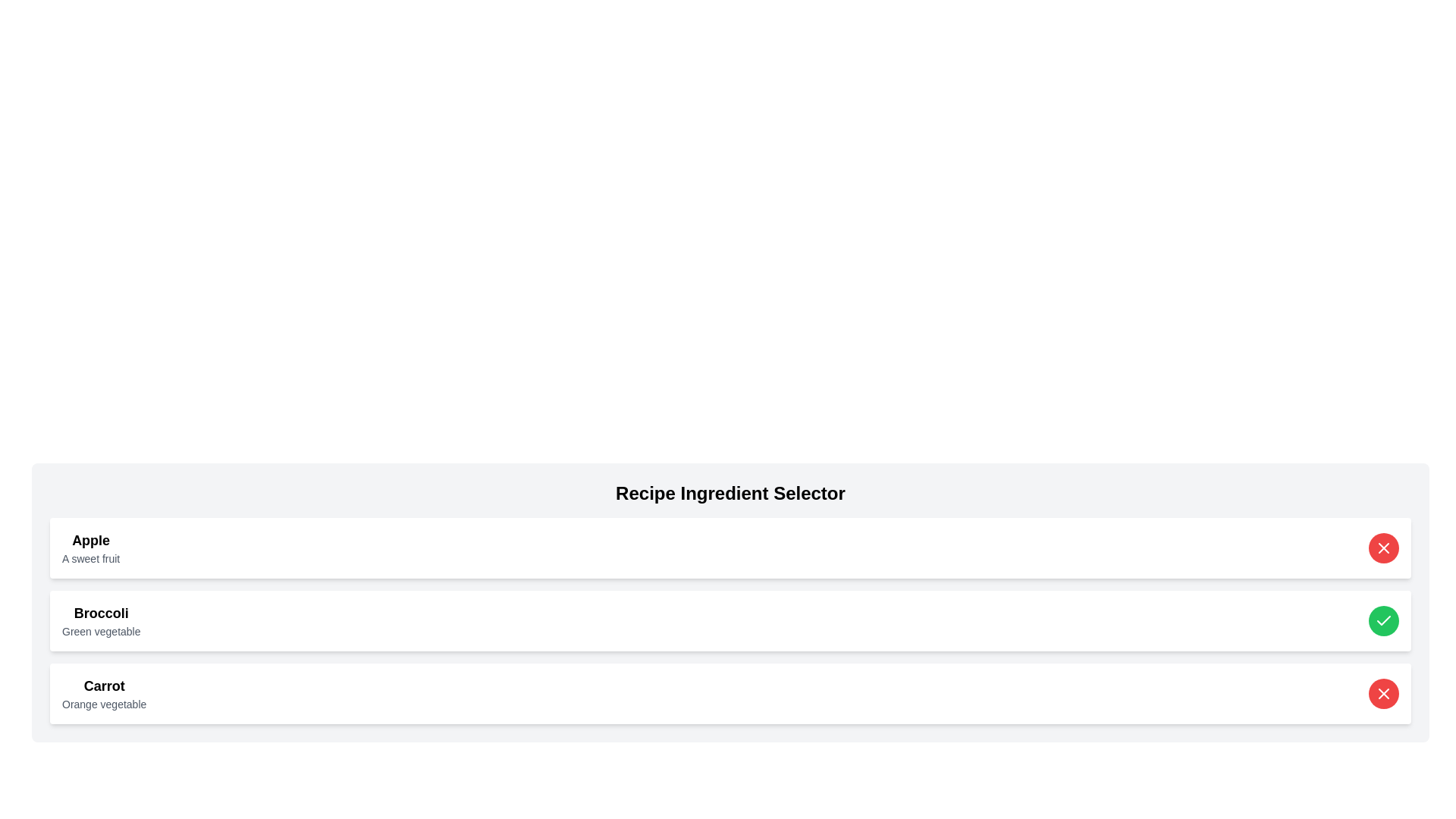  What do you see at coordinates (1383, 548) in the screenshot?
I see `the delete or close button located at the far right of the list item labeled 'Apple A sweet fruit'` at bounding box center [1383, 548].